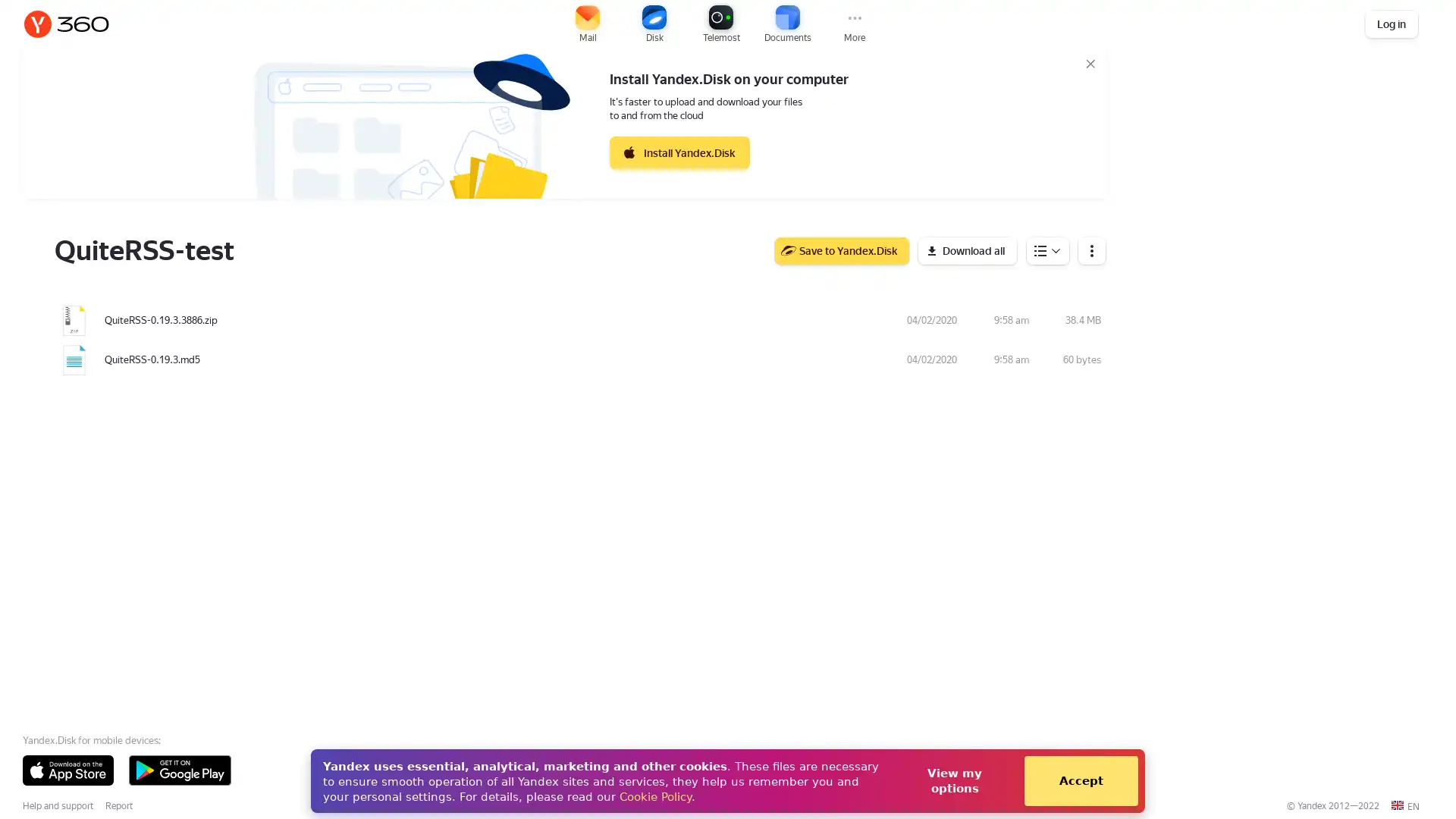  What do you see at coordinates (855, 24) in the screenshot?
I see `More` at bounding box center [855, 24].